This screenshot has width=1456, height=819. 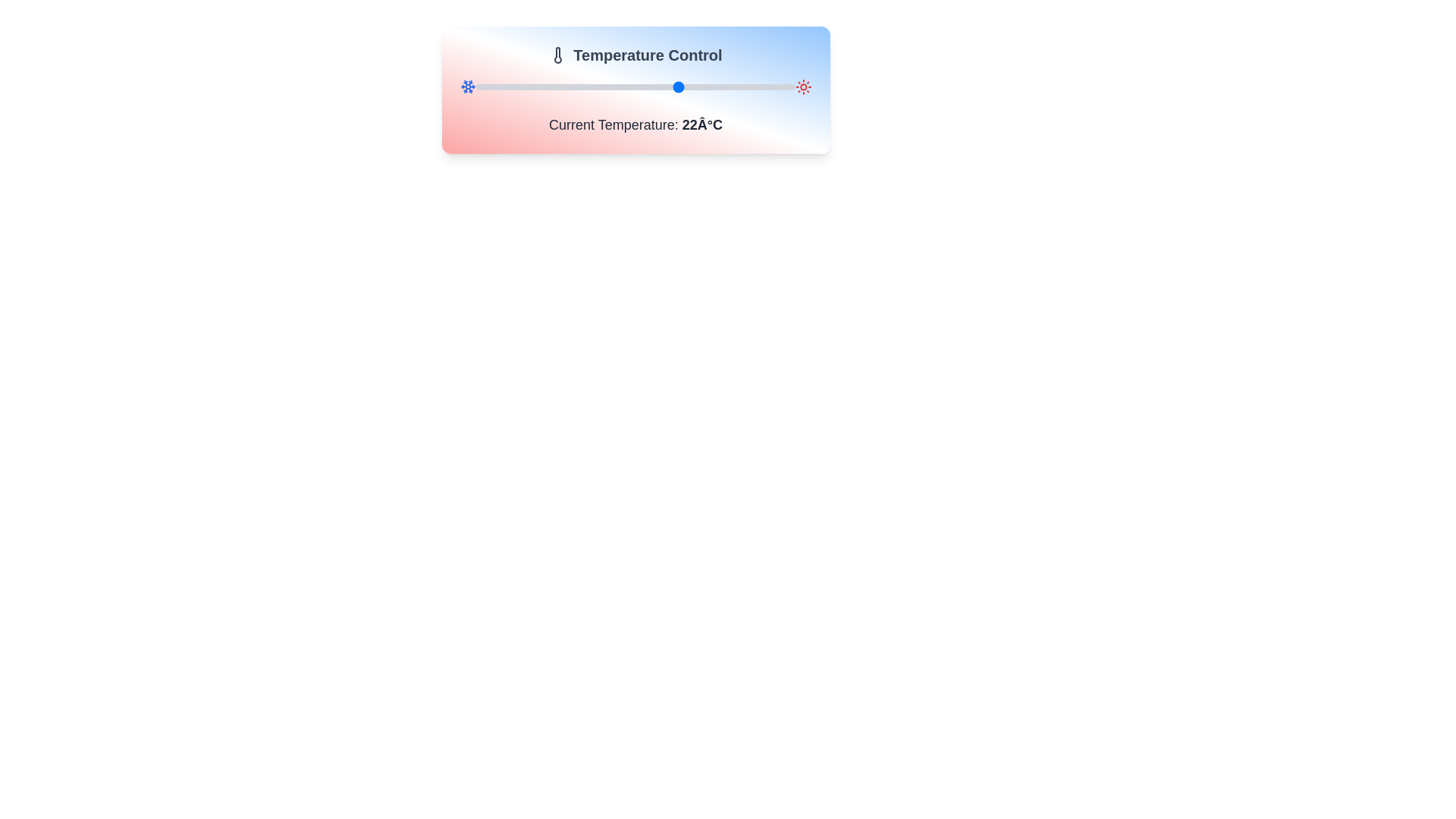 What do you see at coordinates (557, 55) in the screenshot?
I see `the thermometer icon located to the left of the 'Temperature Control' text in the header bar` at bounding box center [557, 55].